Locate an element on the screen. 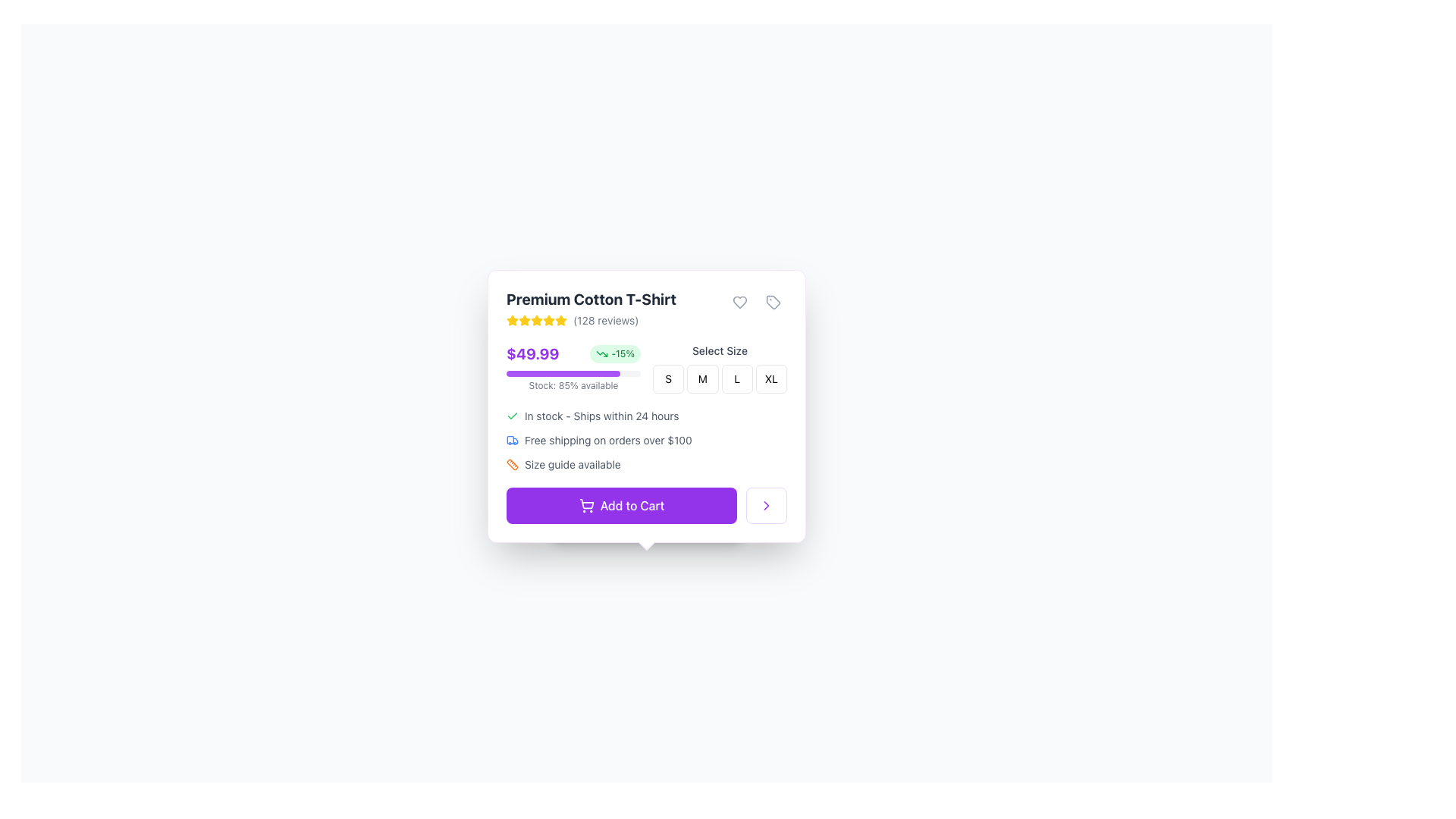 This screenshot has width=1456, height=819. the progress indicator (horizontal bar) that visually represents the stock availability percentage, located below the 'Stock: 85% available' text in the product information panel is located at coordinates (563, 374).